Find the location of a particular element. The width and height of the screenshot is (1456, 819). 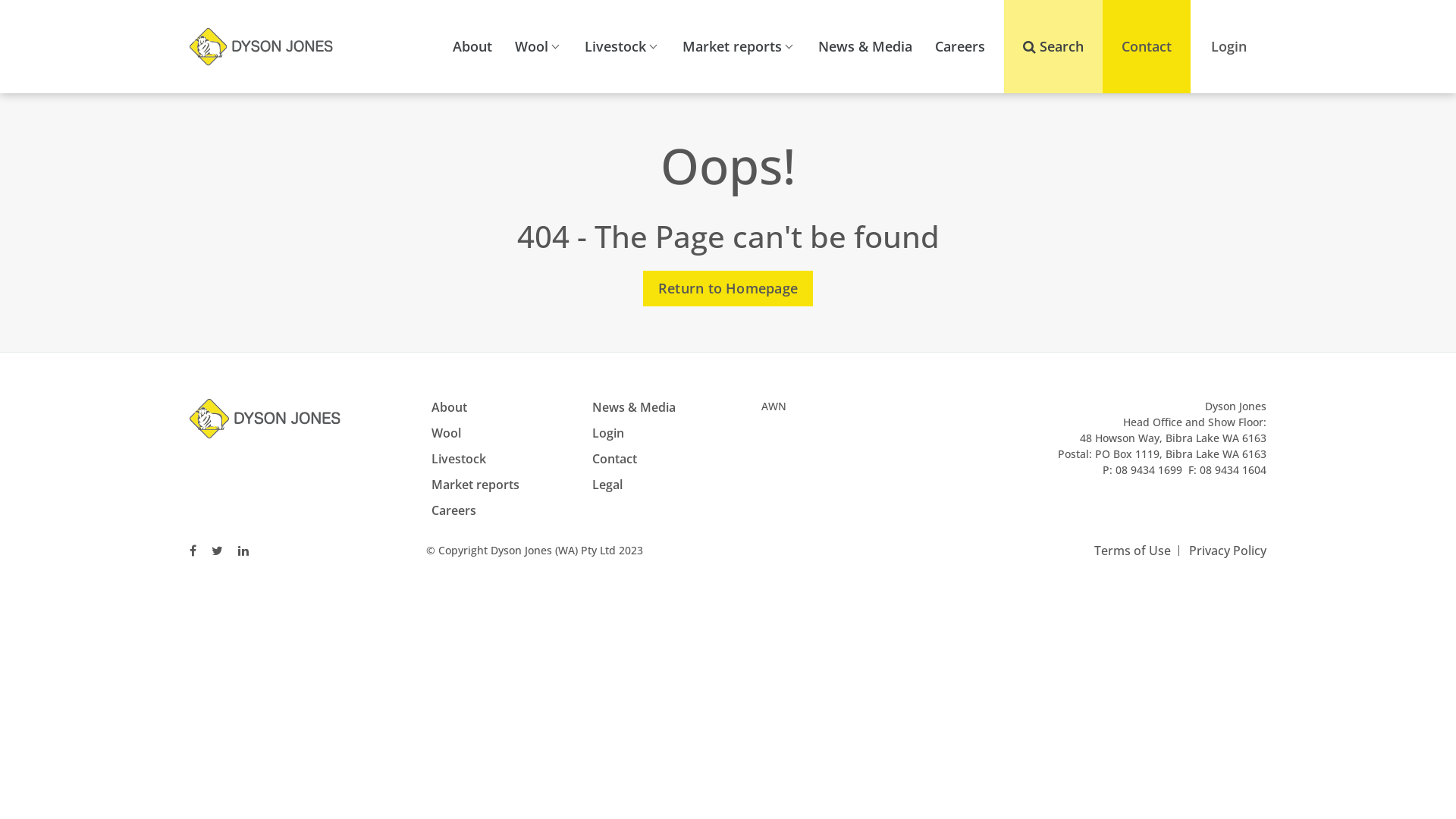

'Terms of Use' is located at coordinates (1132, 550).